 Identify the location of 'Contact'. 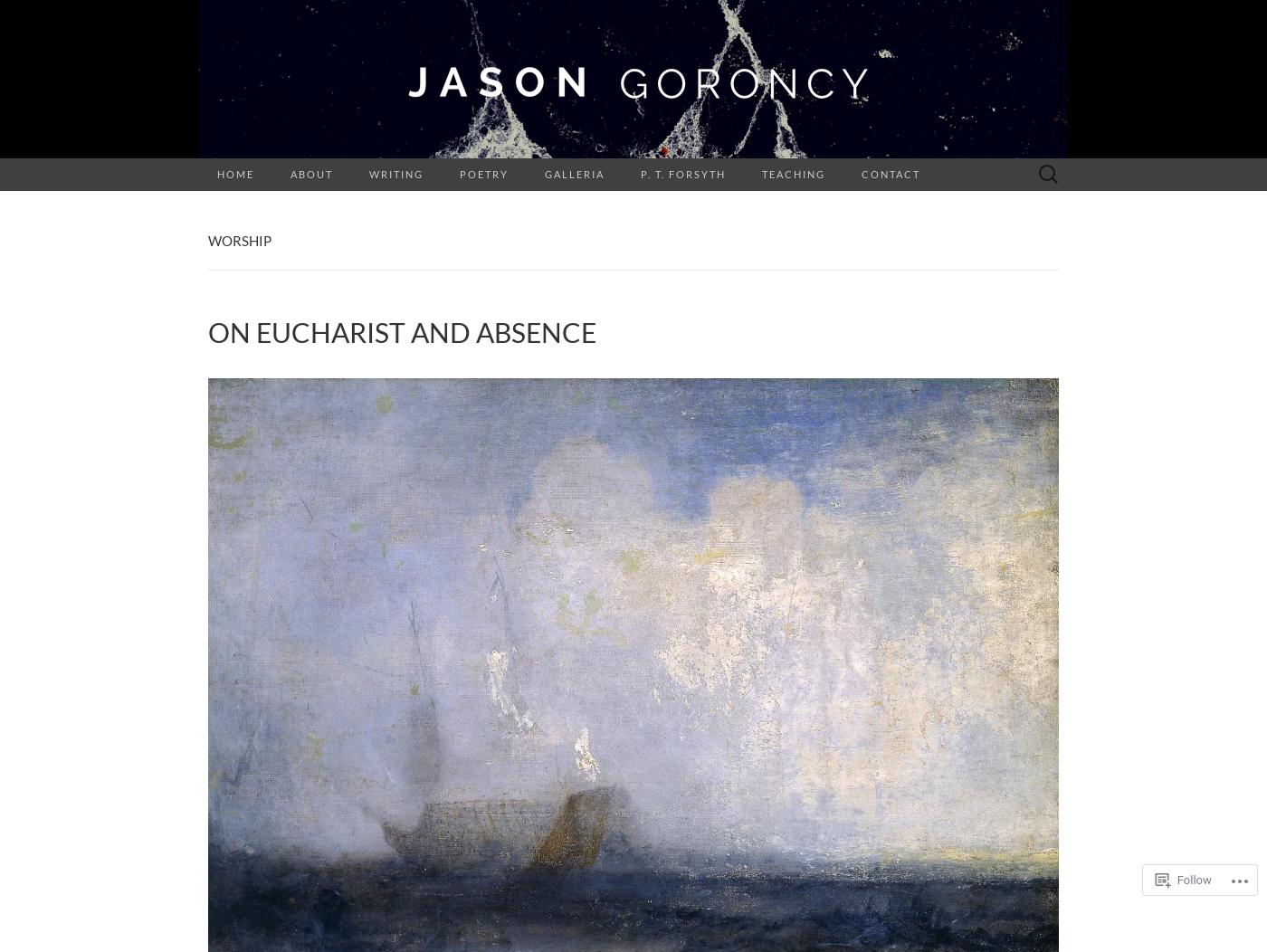
(891, 174).